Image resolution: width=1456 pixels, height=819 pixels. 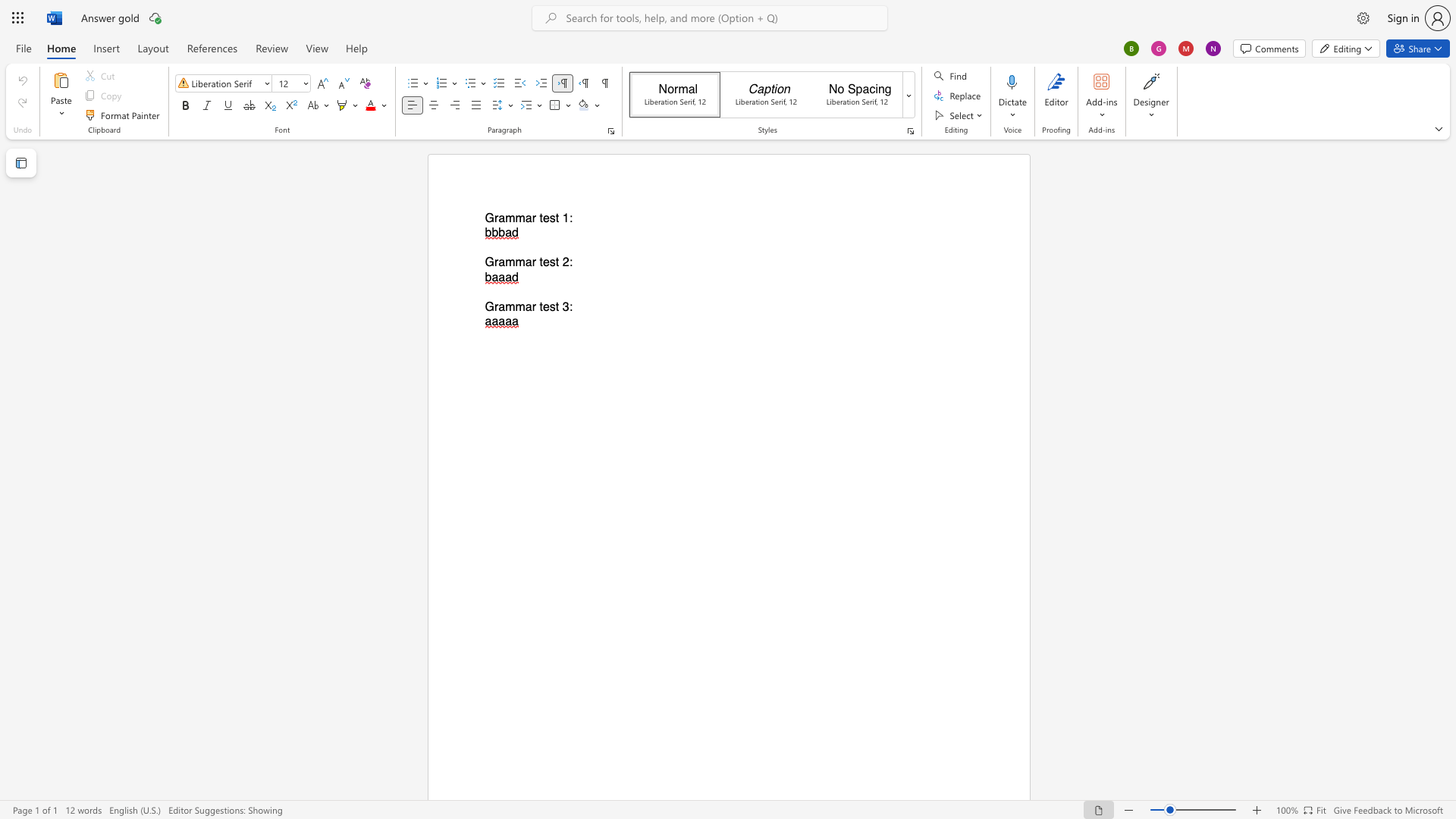 I want to click on the space between the continuous character "a" and "r" in the text, so click(x=531, y=306).